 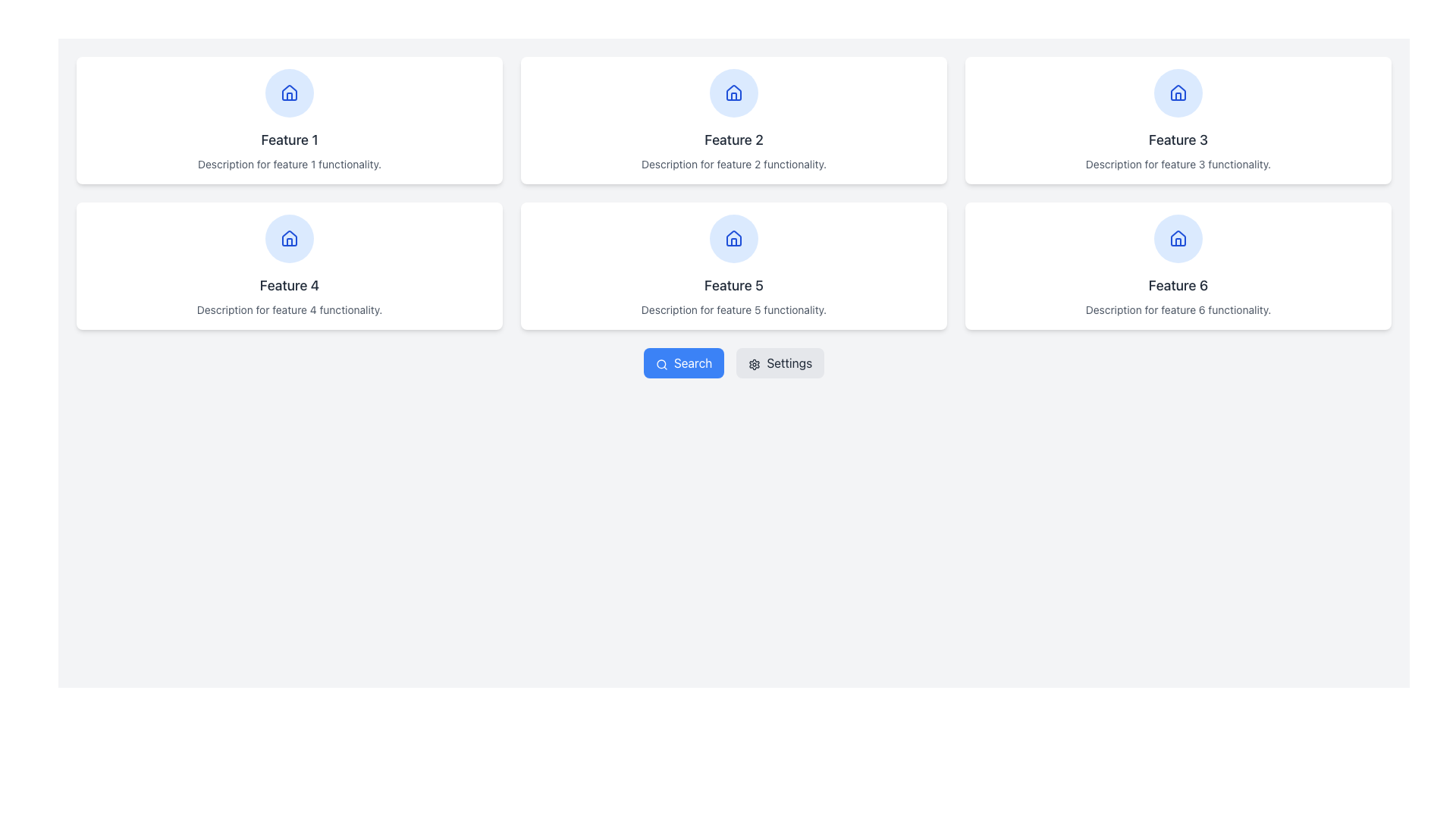 What do you see at coordinates (1178, 93) in the screenshot?
I see `the 'home' vector icon located within the circular area at the top of the 'Feature 3' card in the upper-right card of the grid layout` at bounding box center [1178, 93].